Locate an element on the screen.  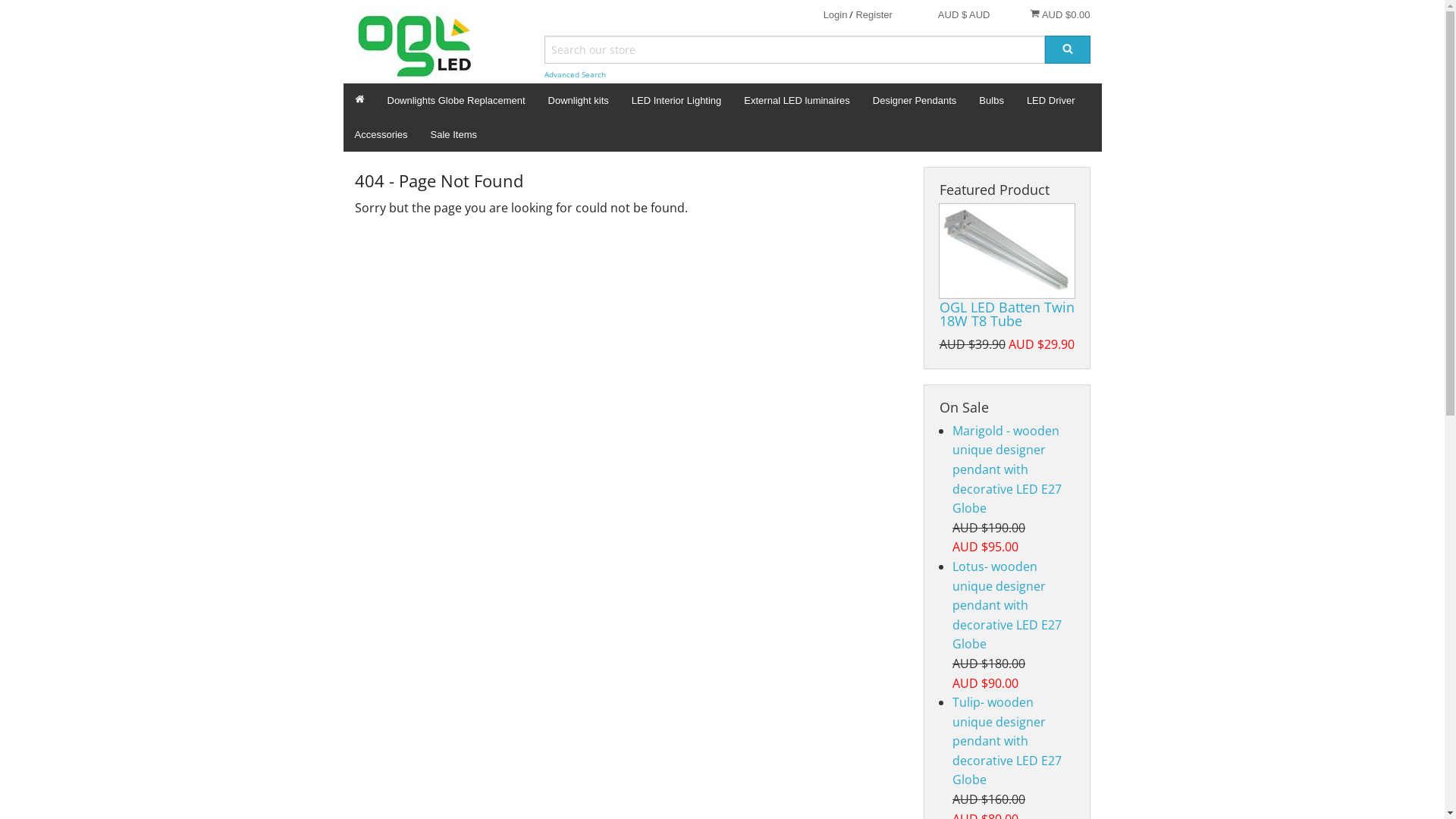
'Login' is located at coordinates (835, 14).